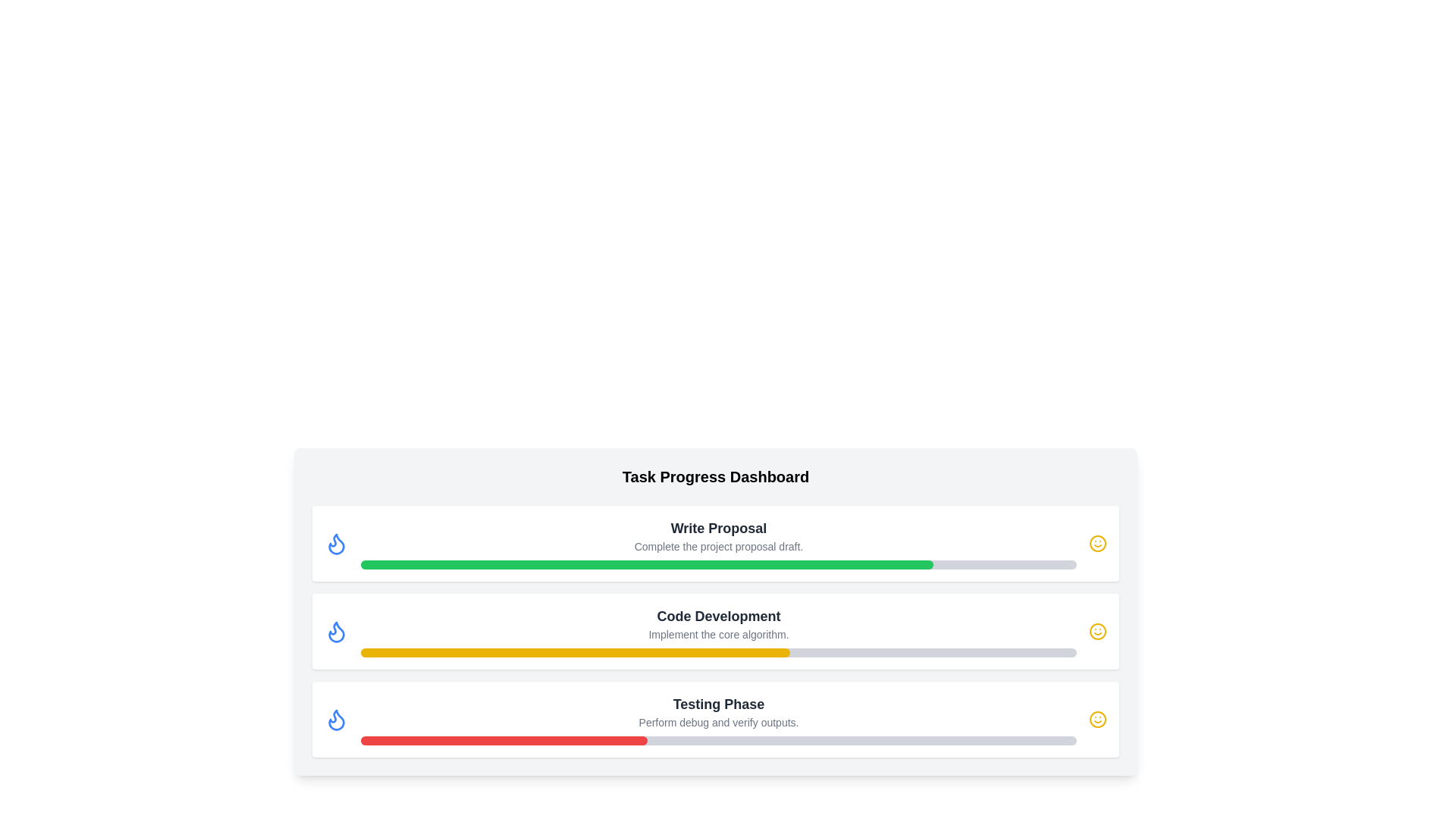 The height and width of the screenshot is (819, 1456). I want to click on the design of the small blue flame icon located on the left side of the 'Testing Phase' card, which is the bottommost card in the stack, so click(336, 718).